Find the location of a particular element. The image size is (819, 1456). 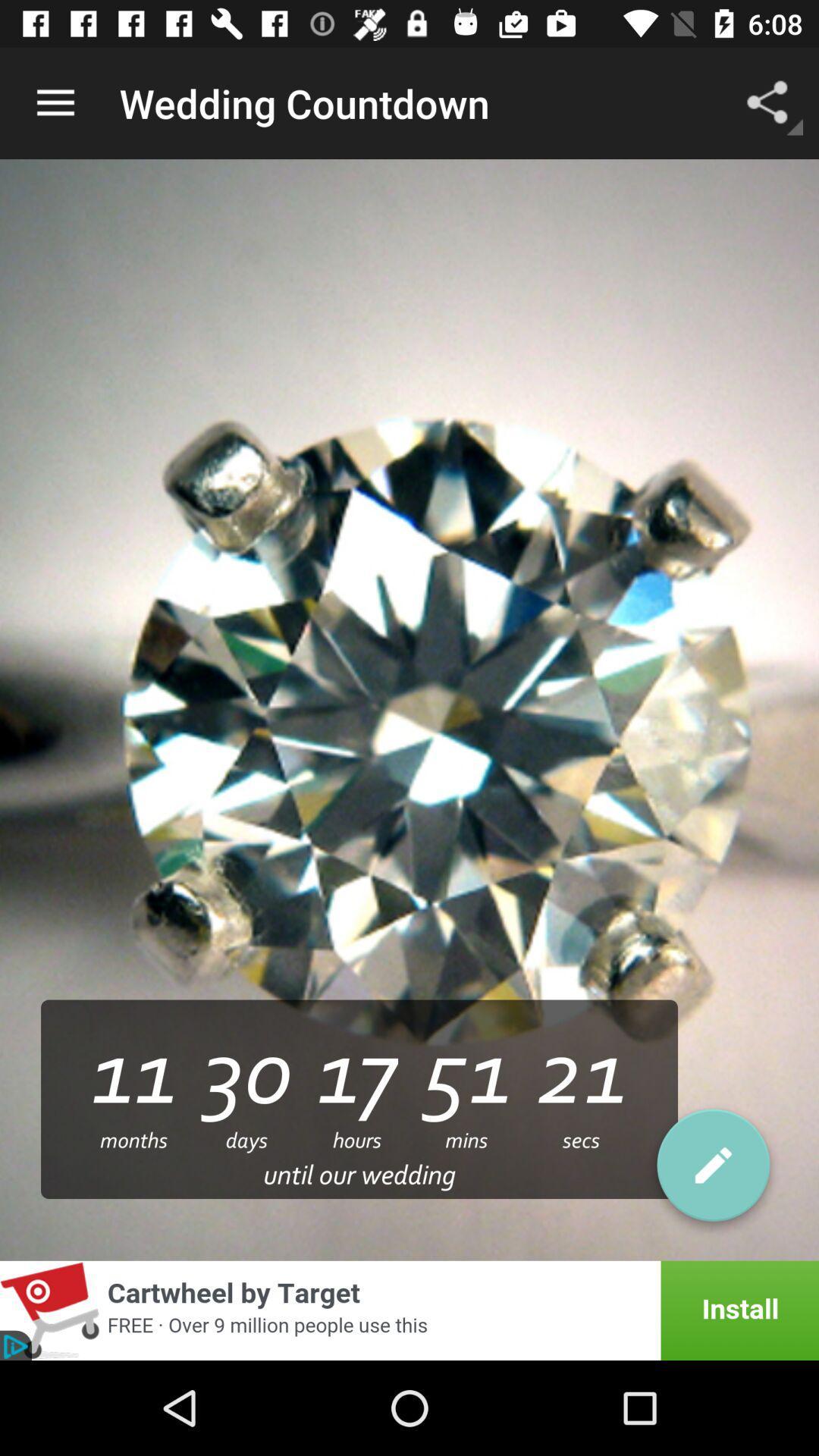

share icon is located at coordinates (771, 78).